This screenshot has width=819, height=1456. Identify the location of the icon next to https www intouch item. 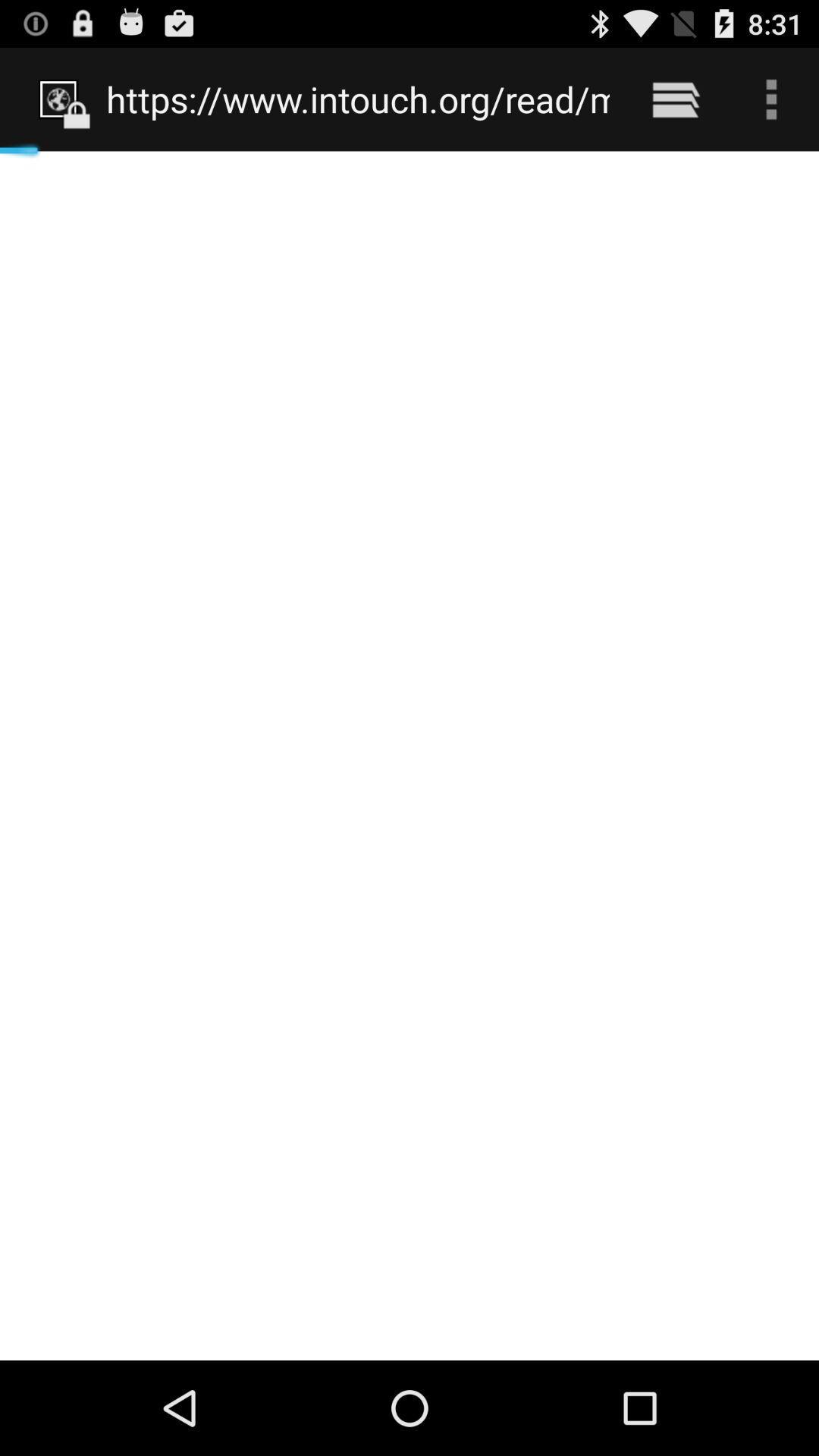
(675, 99).